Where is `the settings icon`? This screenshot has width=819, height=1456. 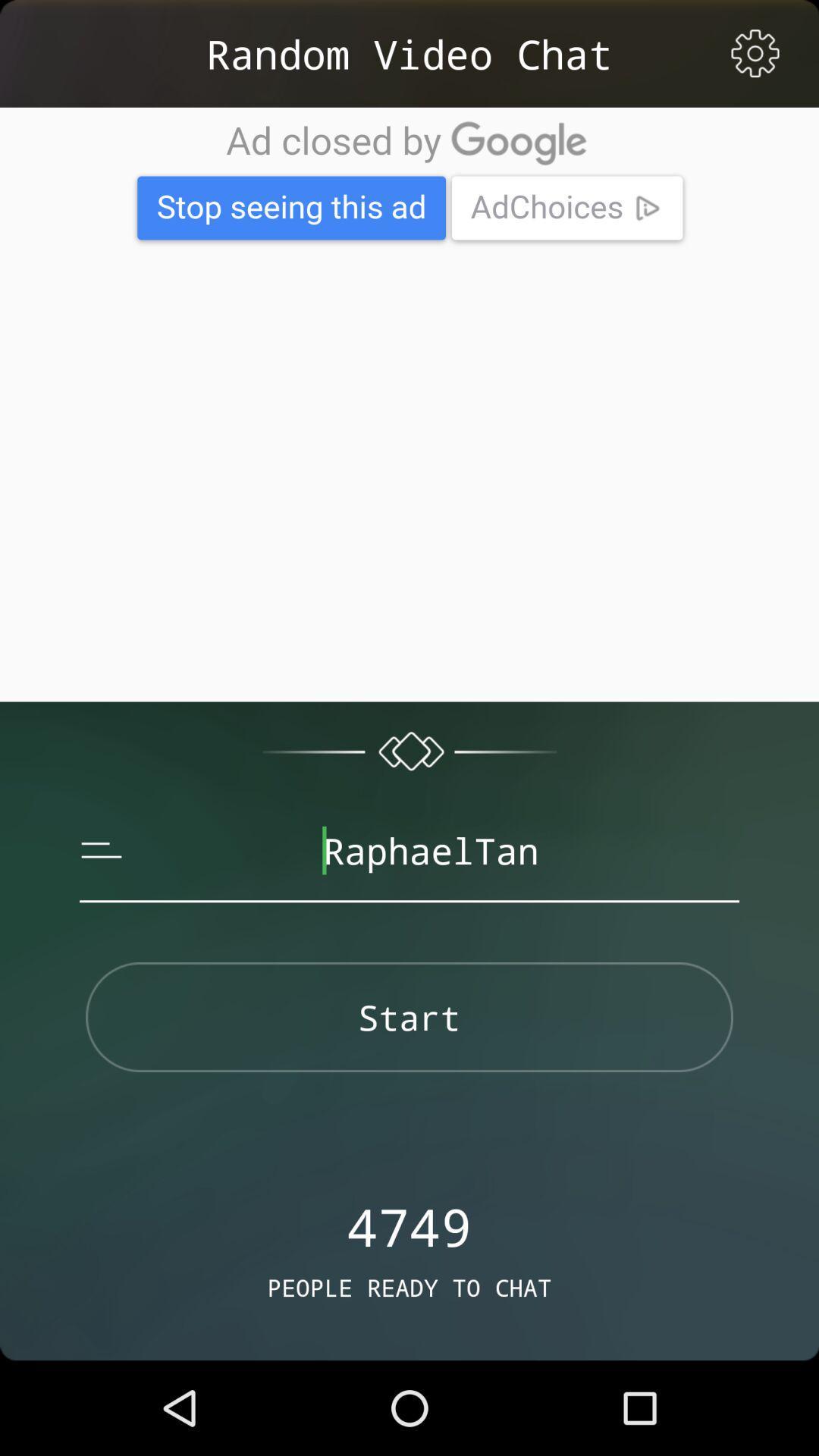 the settings icon is located at coordinates (755, 53).